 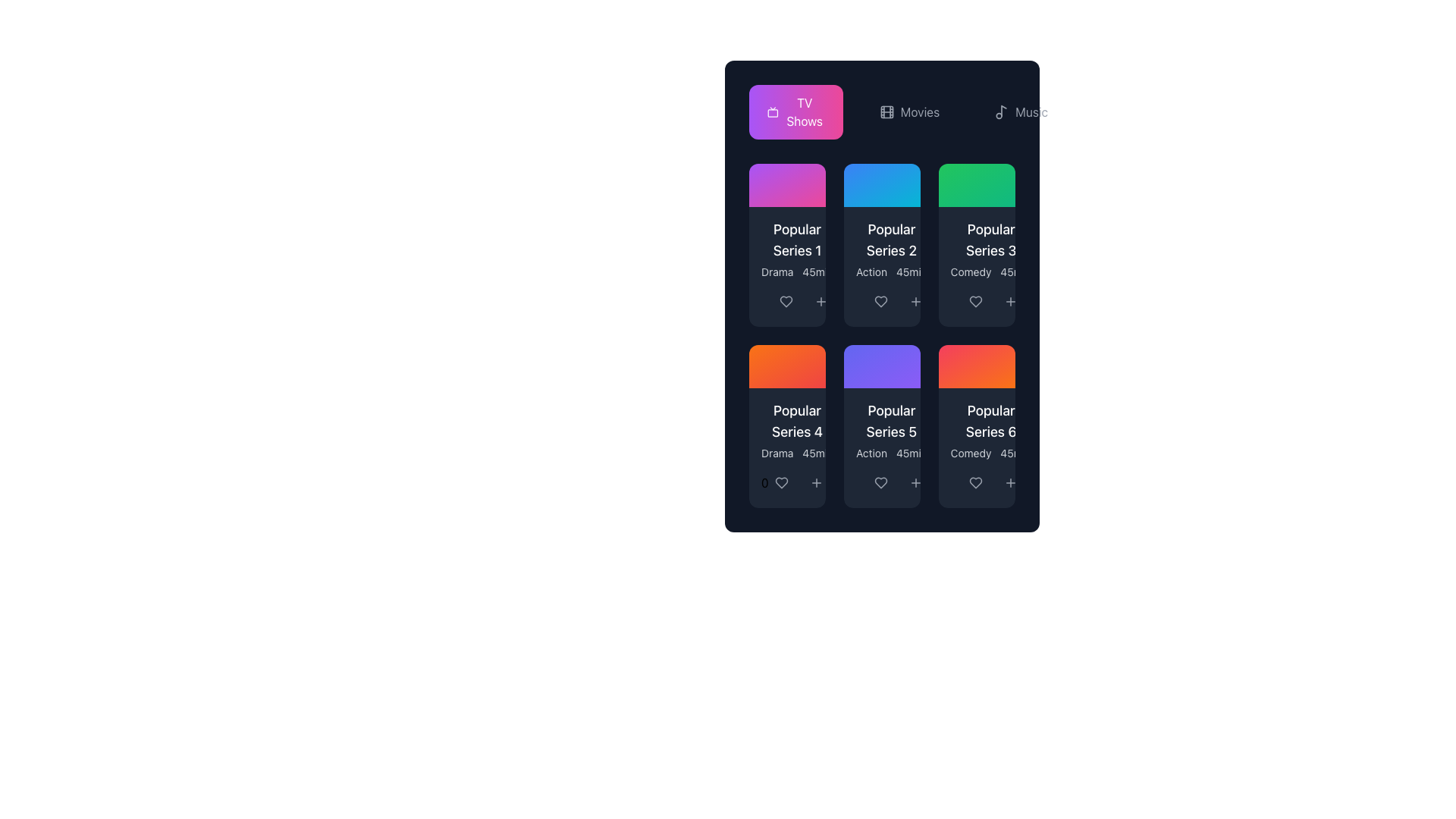 What do you see at coordinates (1044, 482) in the screenshot?
I see `the small interactive share symbol located within the right-aligned, rounded button at the bottom edge of the user interface panel` at bounding box center [1044, 482].